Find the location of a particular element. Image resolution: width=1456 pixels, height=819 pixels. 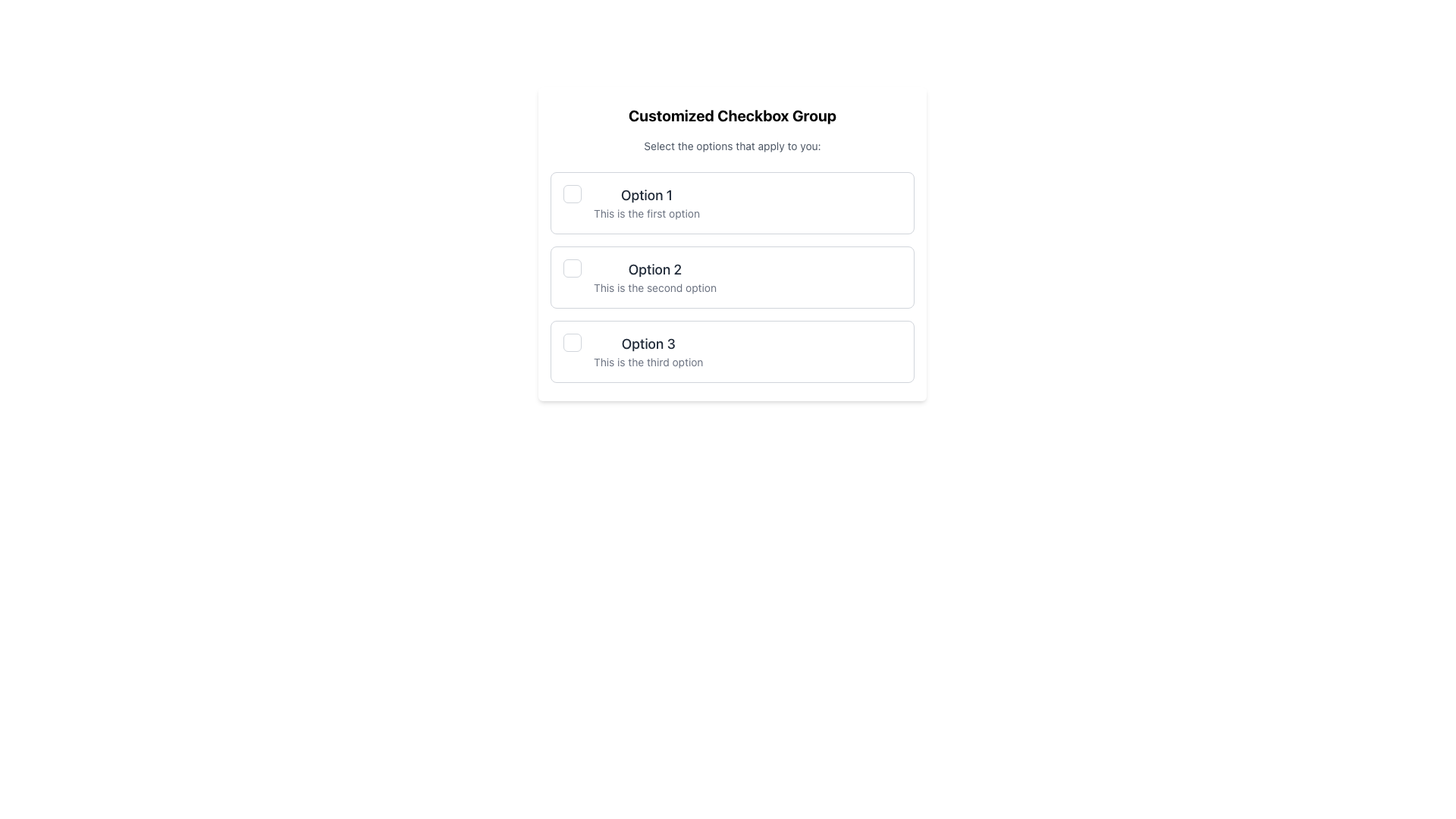

the Text Label with heading 'Option 3' that is the third item in a vertically stacked list of options is located at coordinates (648, 351).